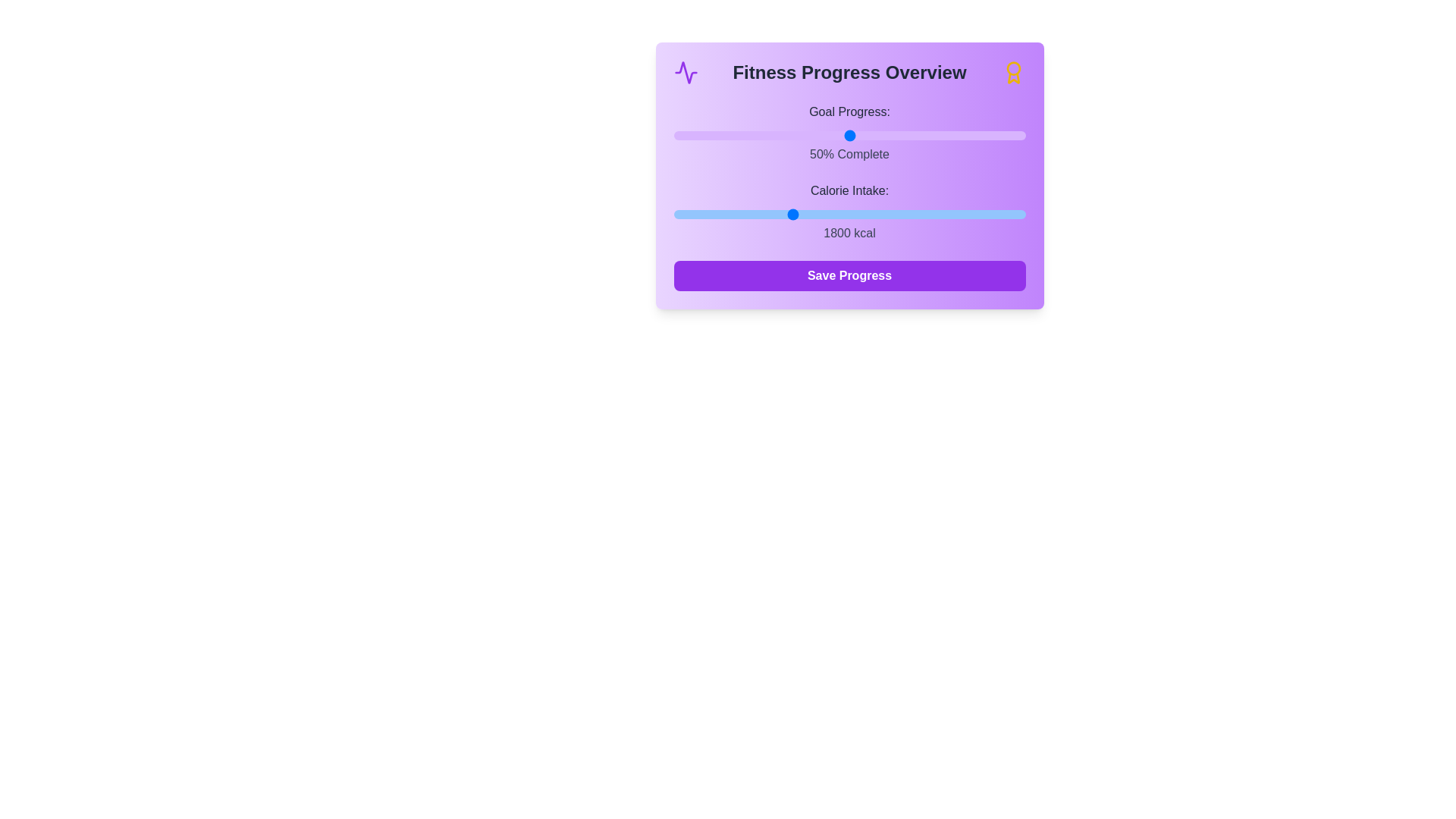  What do you see at coordinates (1013, 68) in the screenshot?
I see `the circular decorative element of the award icon located in the upper-right corner of the interface` at bounding box center [1013, 68].